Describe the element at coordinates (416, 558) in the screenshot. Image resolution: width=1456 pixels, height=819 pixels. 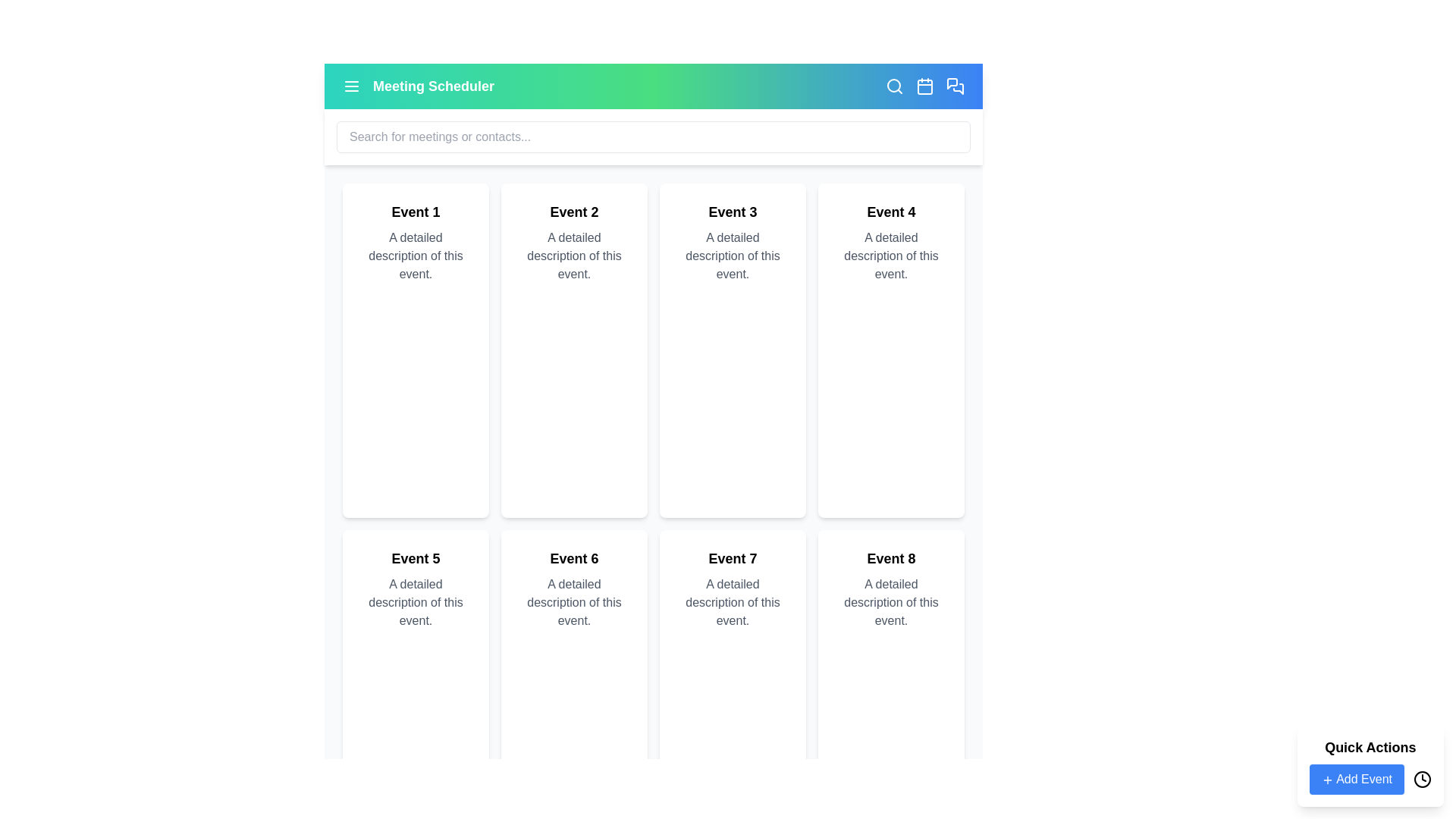
I see `the text heading 'Event 5', which is located at the top-center of the first card in the second row of a 4x2 grid layout` at that location.